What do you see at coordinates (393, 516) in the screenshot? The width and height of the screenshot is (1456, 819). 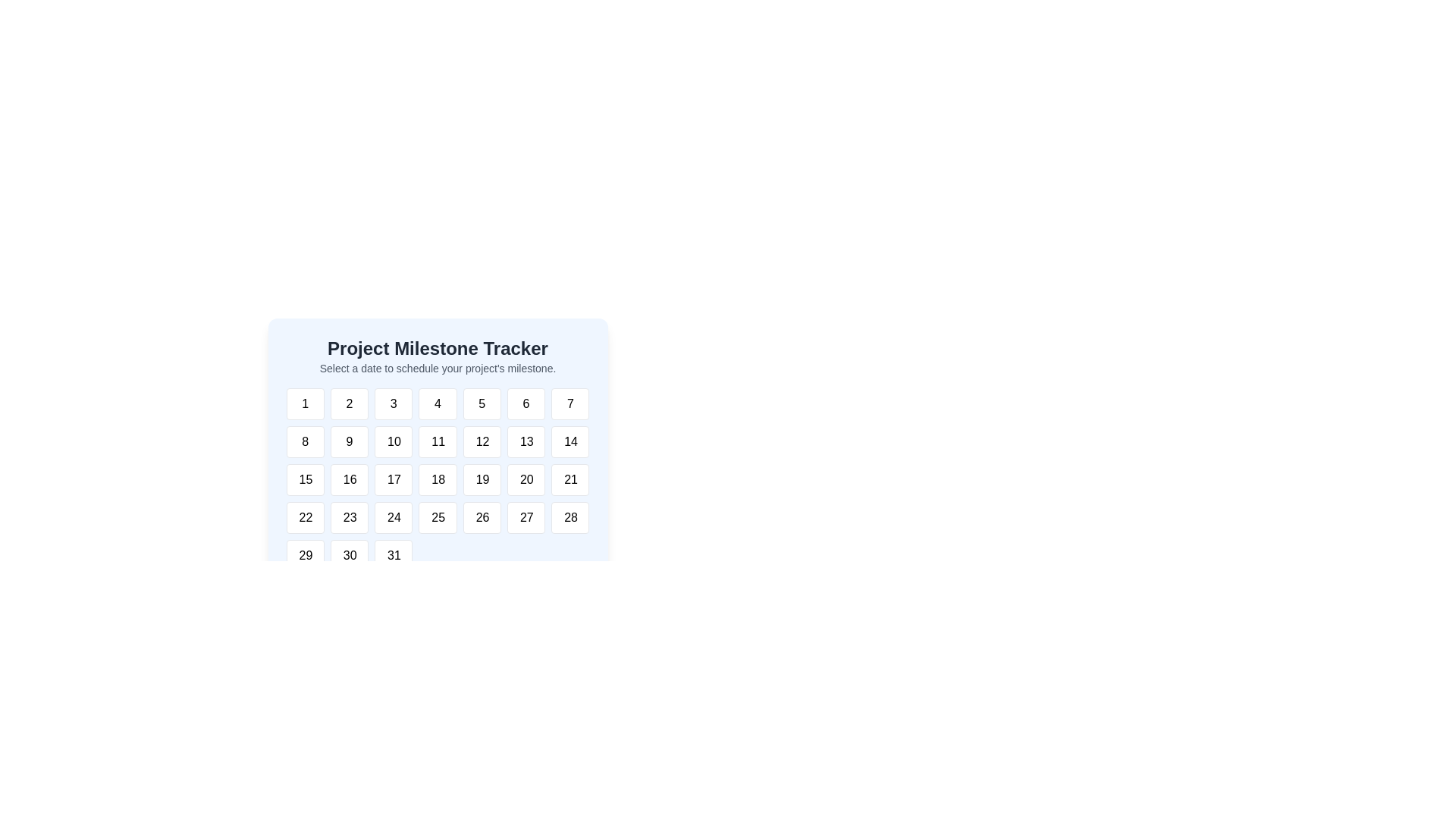 I see `the small button displaying the number '24' located in the fourth row and third column of the calendar grid` at bounding box center [393, 516].